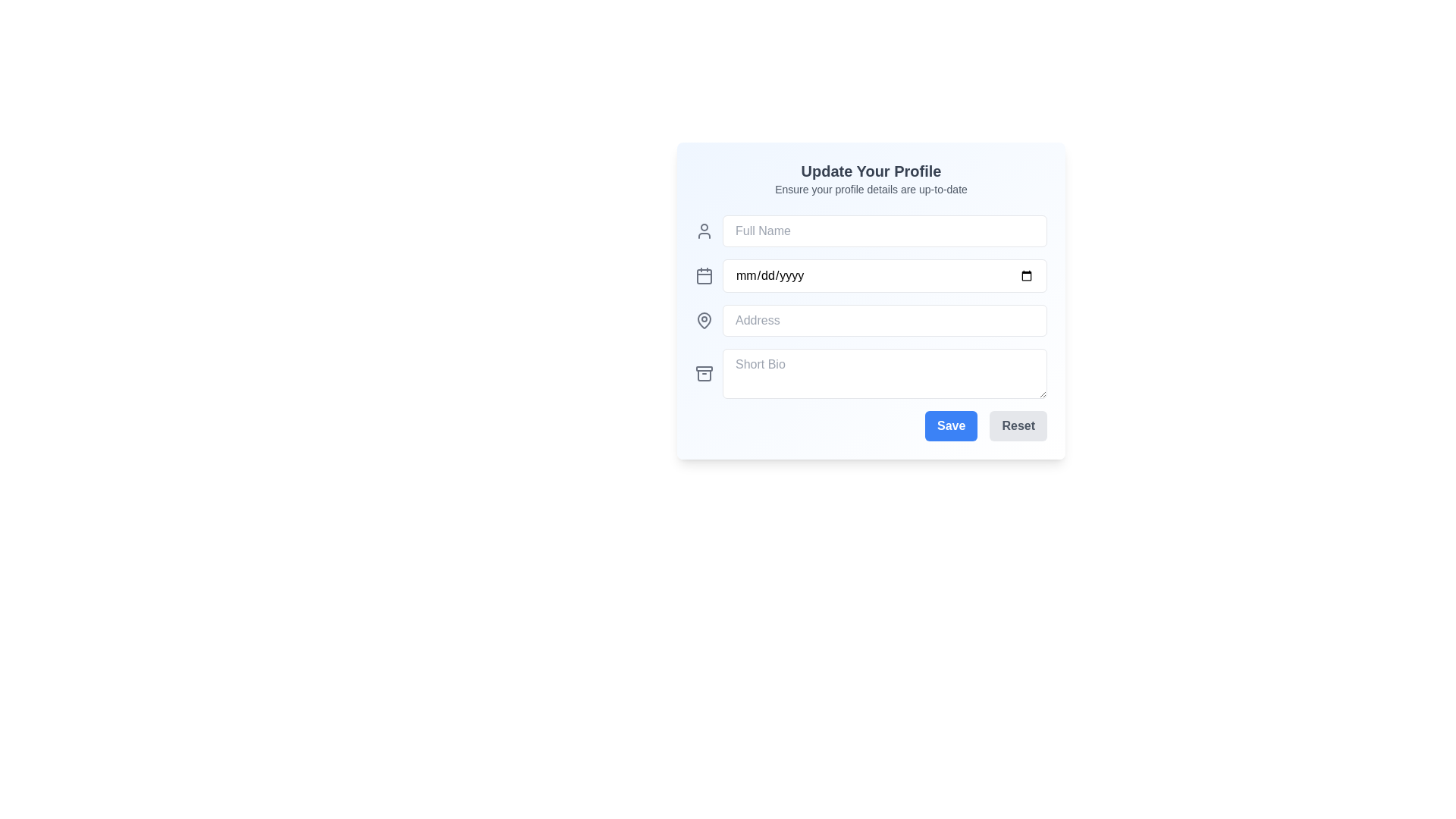 This screenshot has width=1456, height=819. What do you see at coordinates (704, 375) in the screenshot?
I see `the gray box icon with a lid located at the bottom of the vertical stack of icons on the left side of the form` at bounding box center [704, 375].